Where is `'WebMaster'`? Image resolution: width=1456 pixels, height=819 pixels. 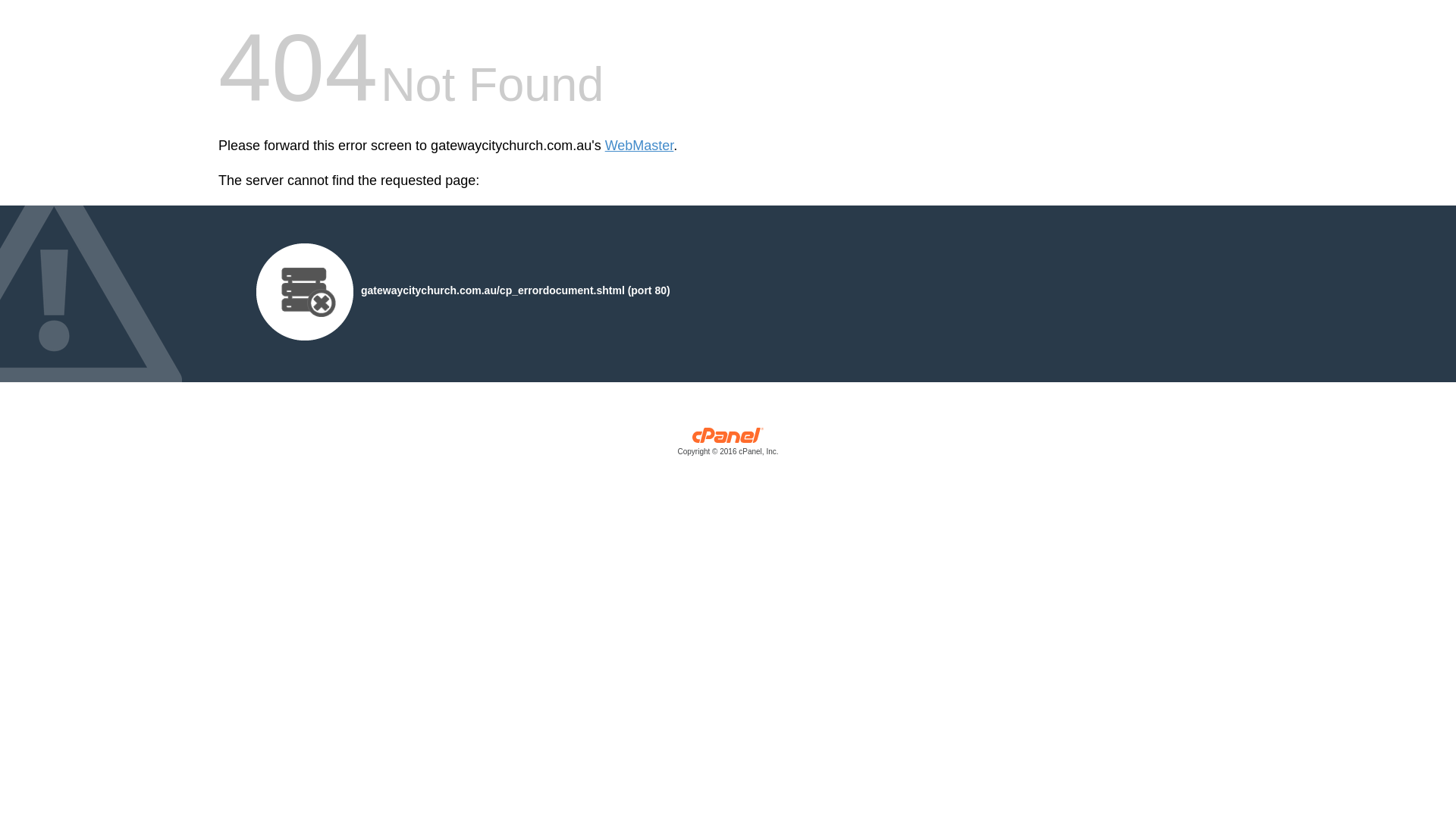
'WebMaster' is located at coordinates (639, 146).